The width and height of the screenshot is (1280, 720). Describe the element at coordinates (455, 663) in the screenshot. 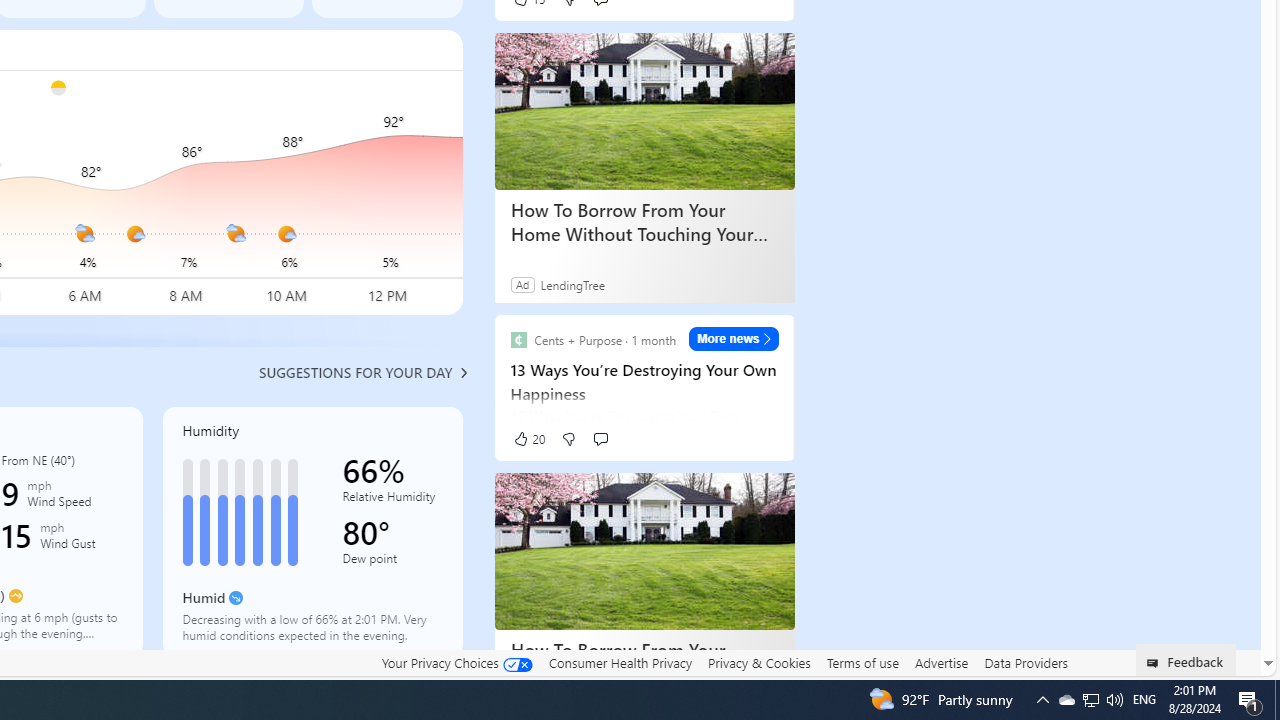

I see `'Your Privacy Choices'` at that location.